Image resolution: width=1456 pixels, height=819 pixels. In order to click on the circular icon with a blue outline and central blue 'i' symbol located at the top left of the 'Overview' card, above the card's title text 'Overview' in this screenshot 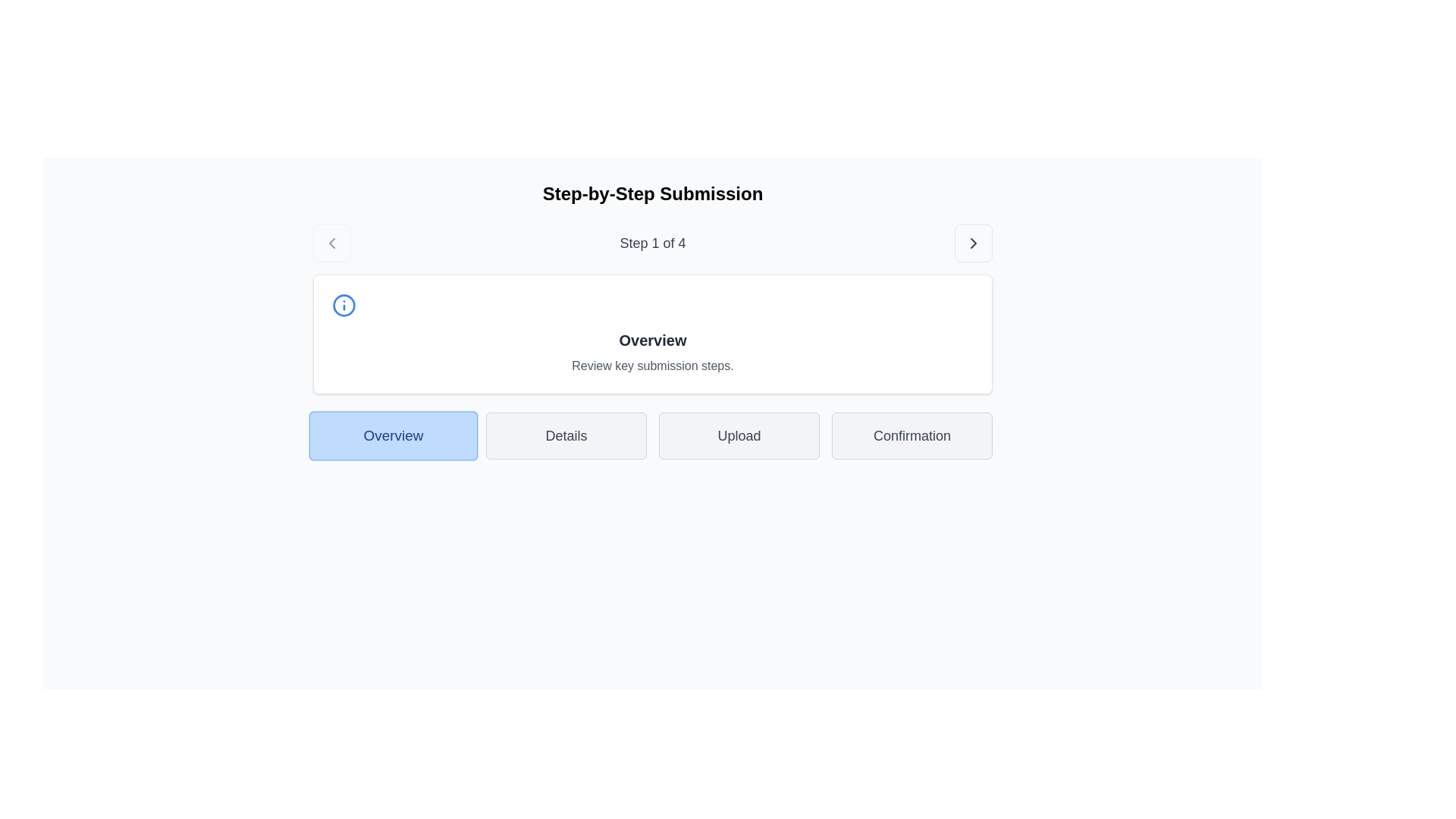, I will do `click(344, 305)`.